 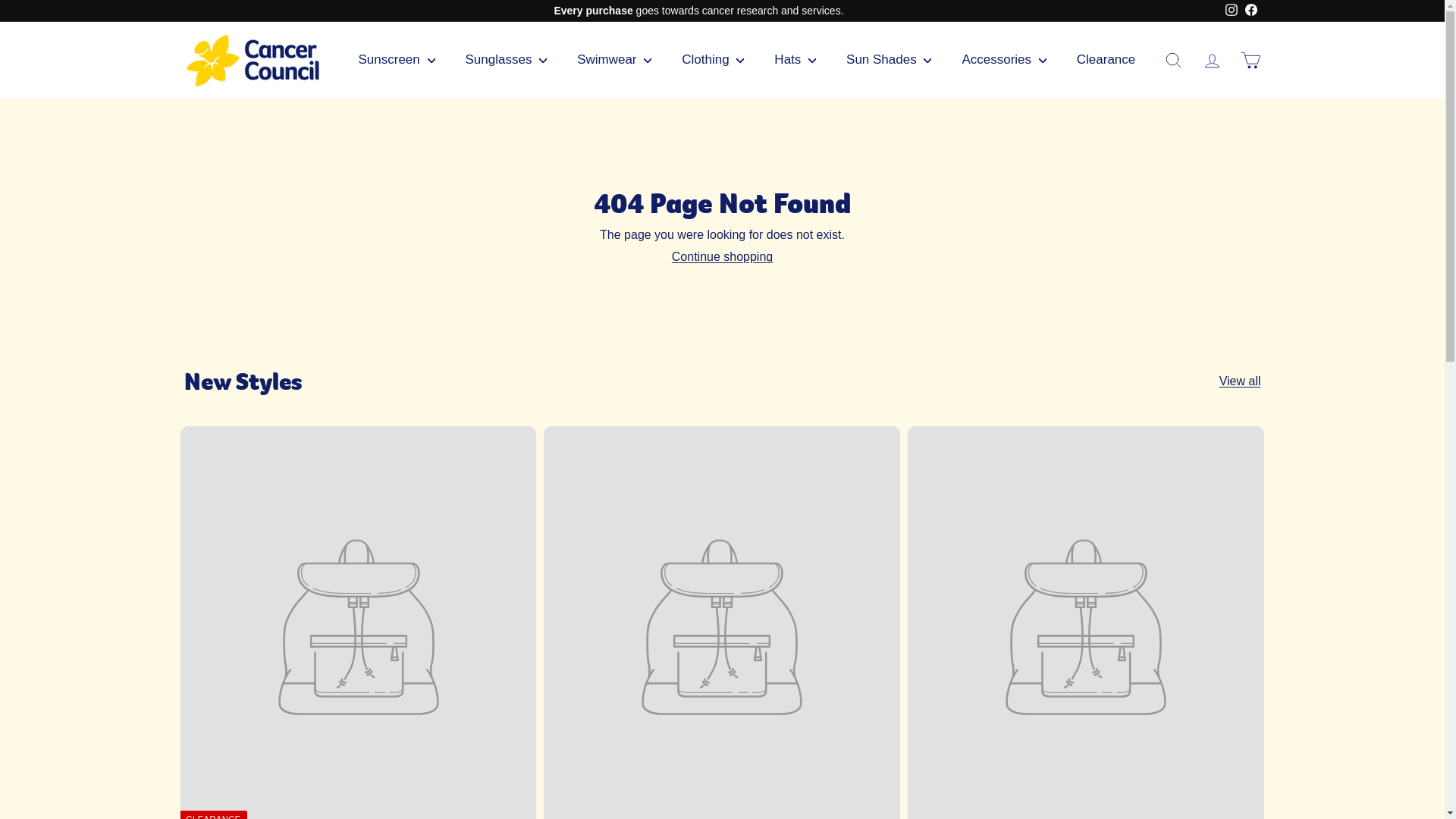 What do you see at coordinates (1210, 59) in the screenshot?
I see `'Account'` at bounding box center [1210, 59].